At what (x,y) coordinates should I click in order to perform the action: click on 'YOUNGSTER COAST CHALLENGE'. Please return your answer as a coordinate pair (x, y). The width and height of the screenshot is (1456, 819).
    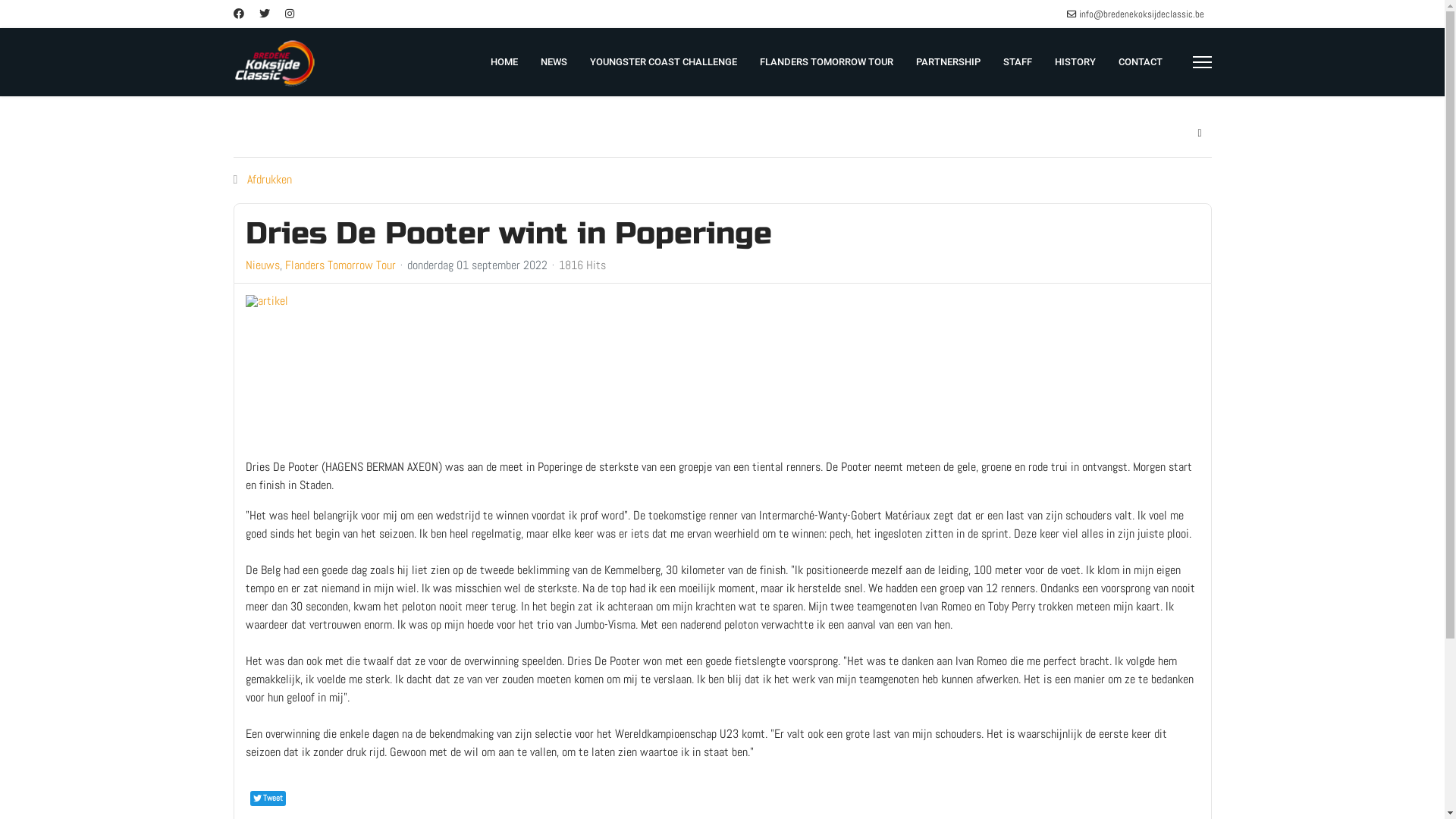
    Looking at the image, I should click on (662, 61).